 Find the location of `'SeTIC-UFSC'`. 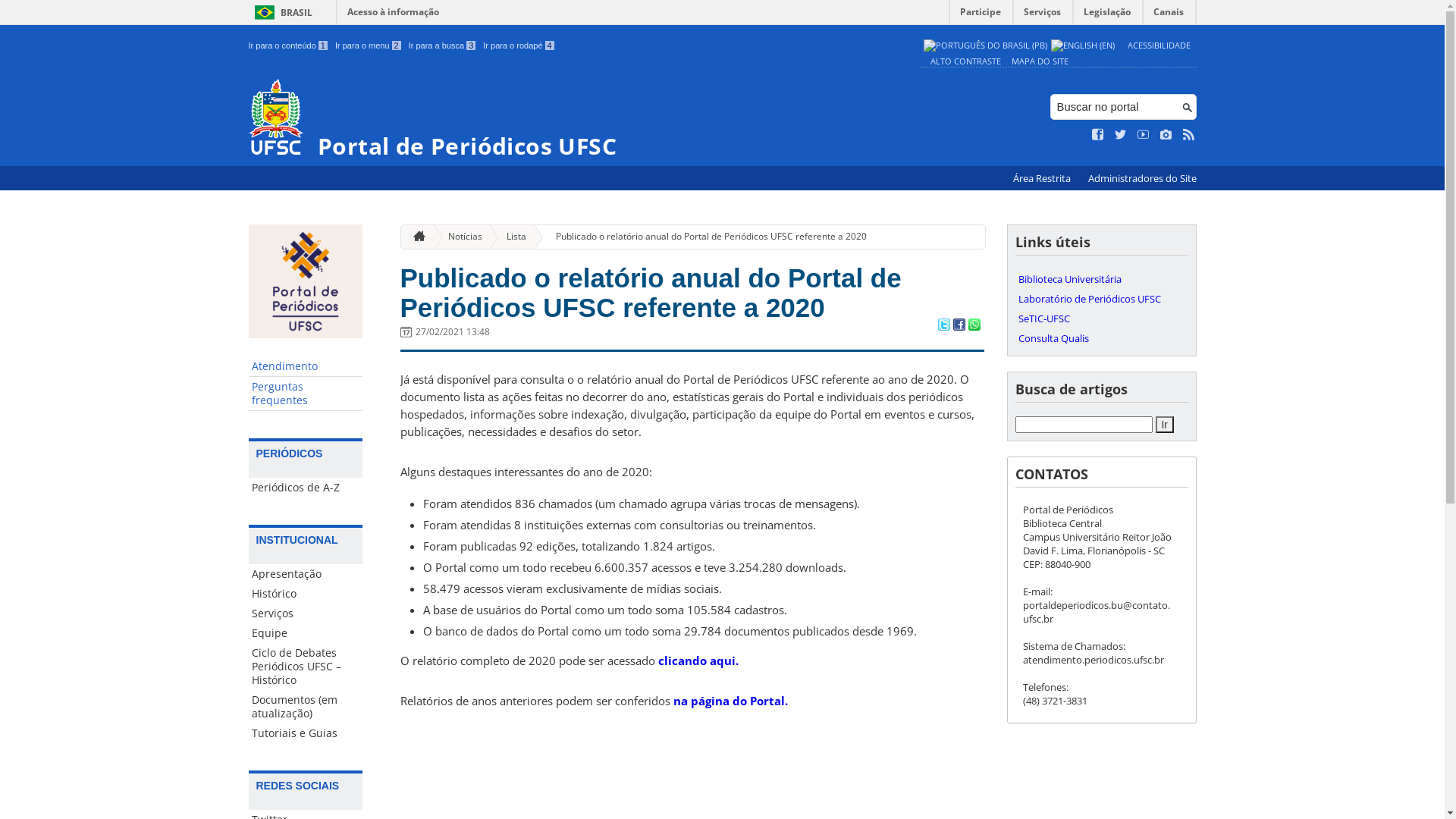

'SeTIC-UFSC' is located at coordinates (1101, 318).